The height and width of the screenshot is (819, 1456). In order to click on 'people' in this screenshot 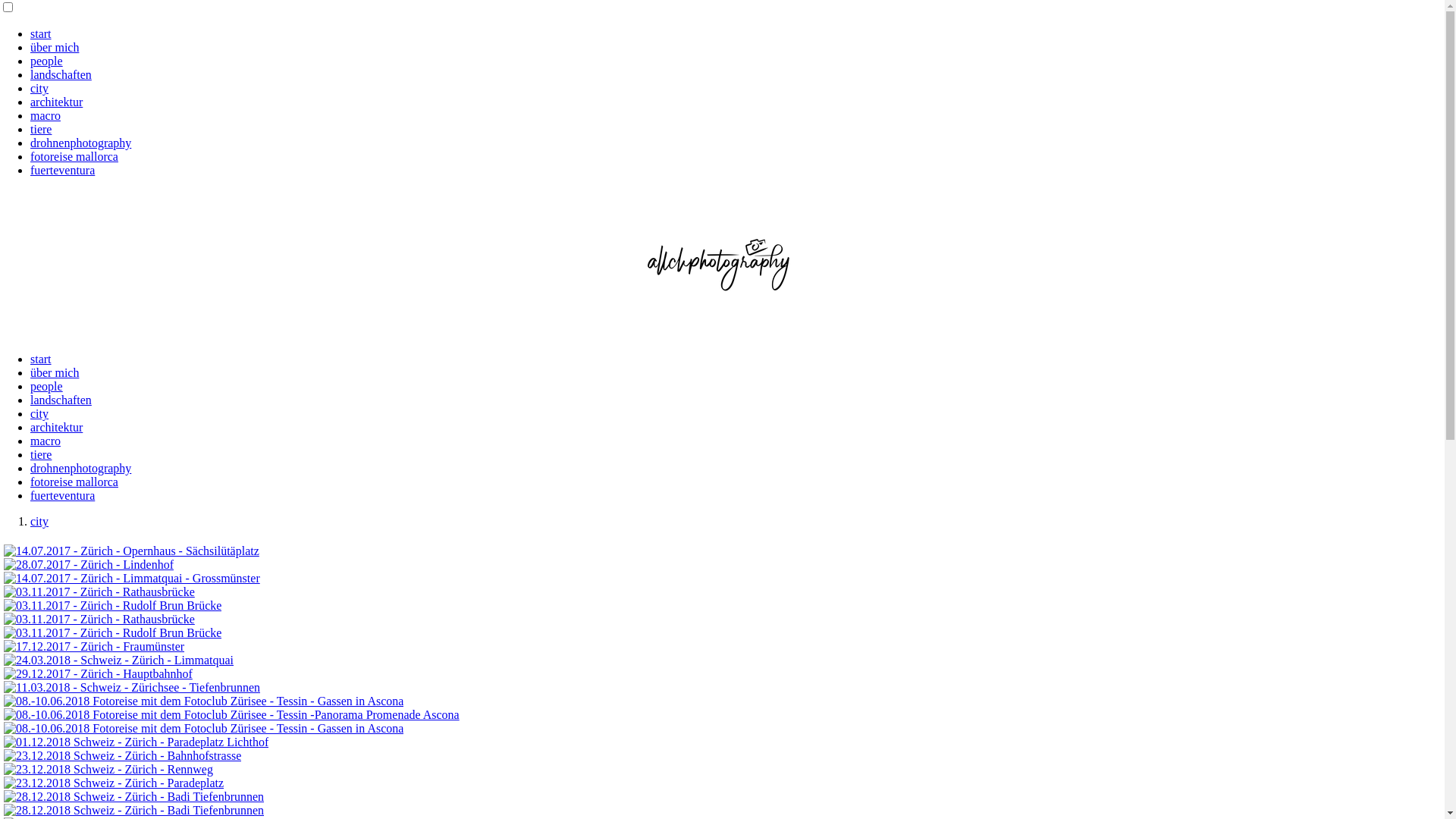, I will do `click(46, 385)`.